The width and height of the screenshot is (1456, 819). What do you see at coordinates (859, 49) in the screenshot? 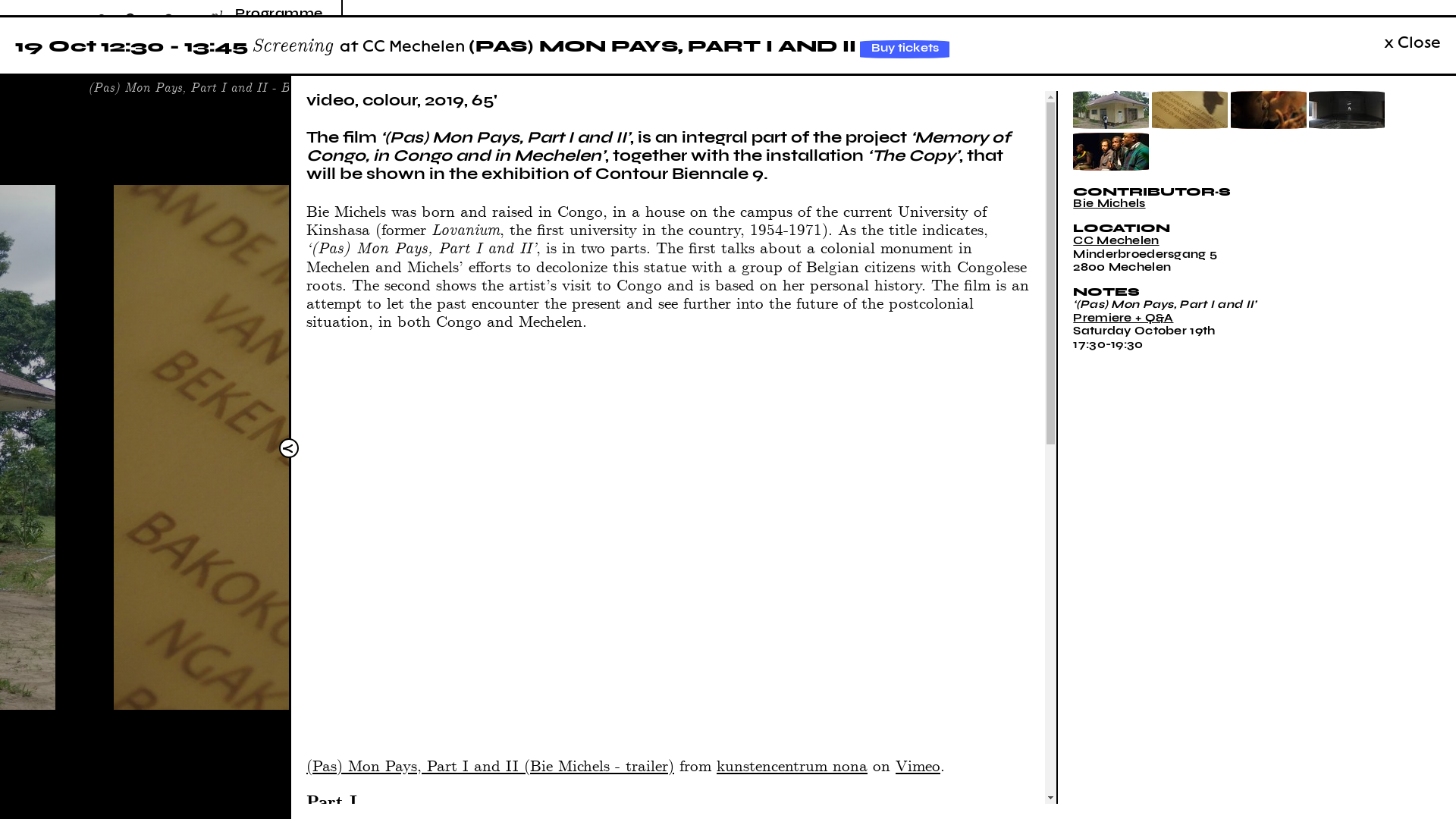
I see `'Buy tickets'` at bounding box center [859, 49].